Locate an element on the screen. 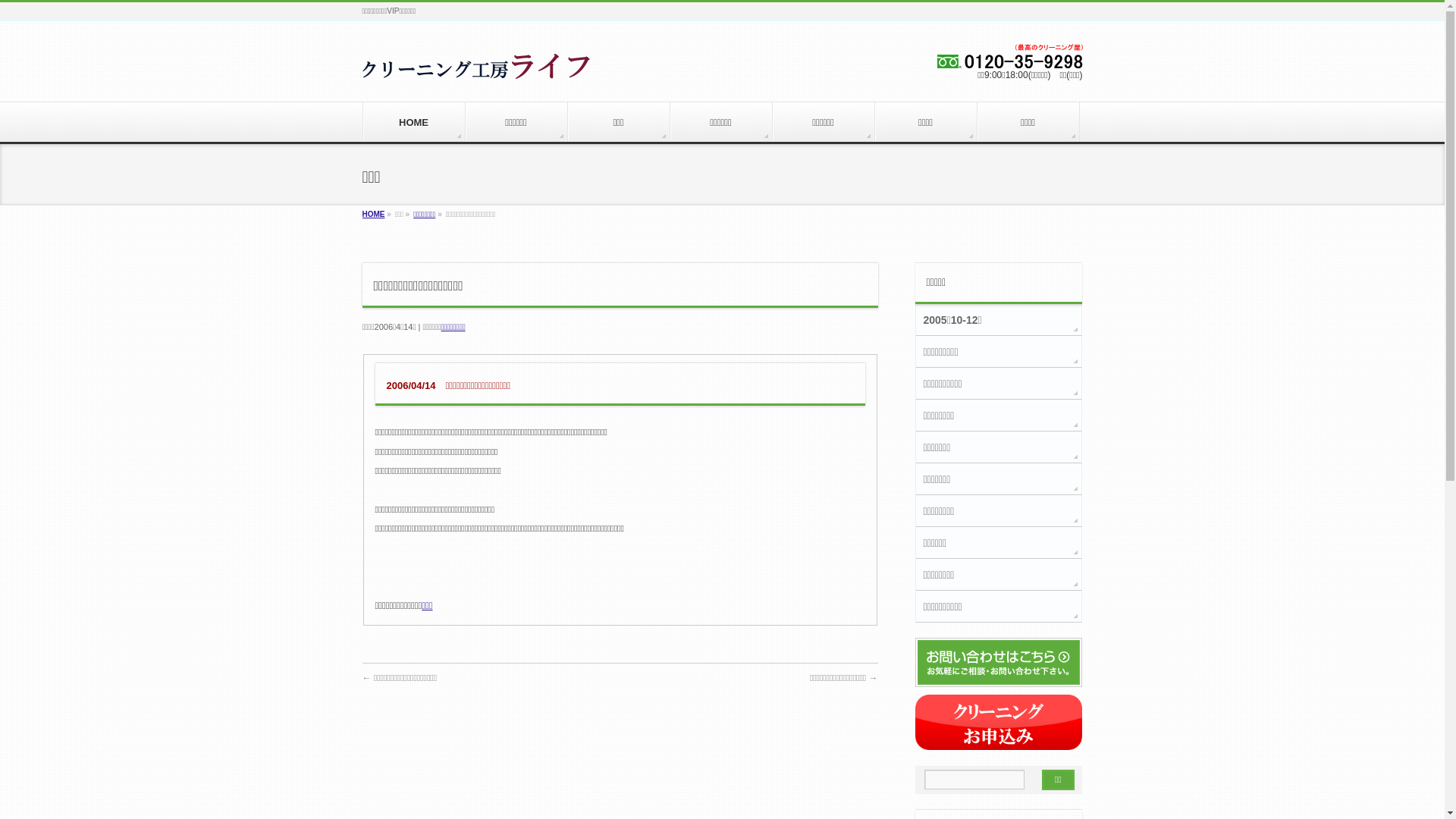  'HOME' is located at coordinates (413, 121).